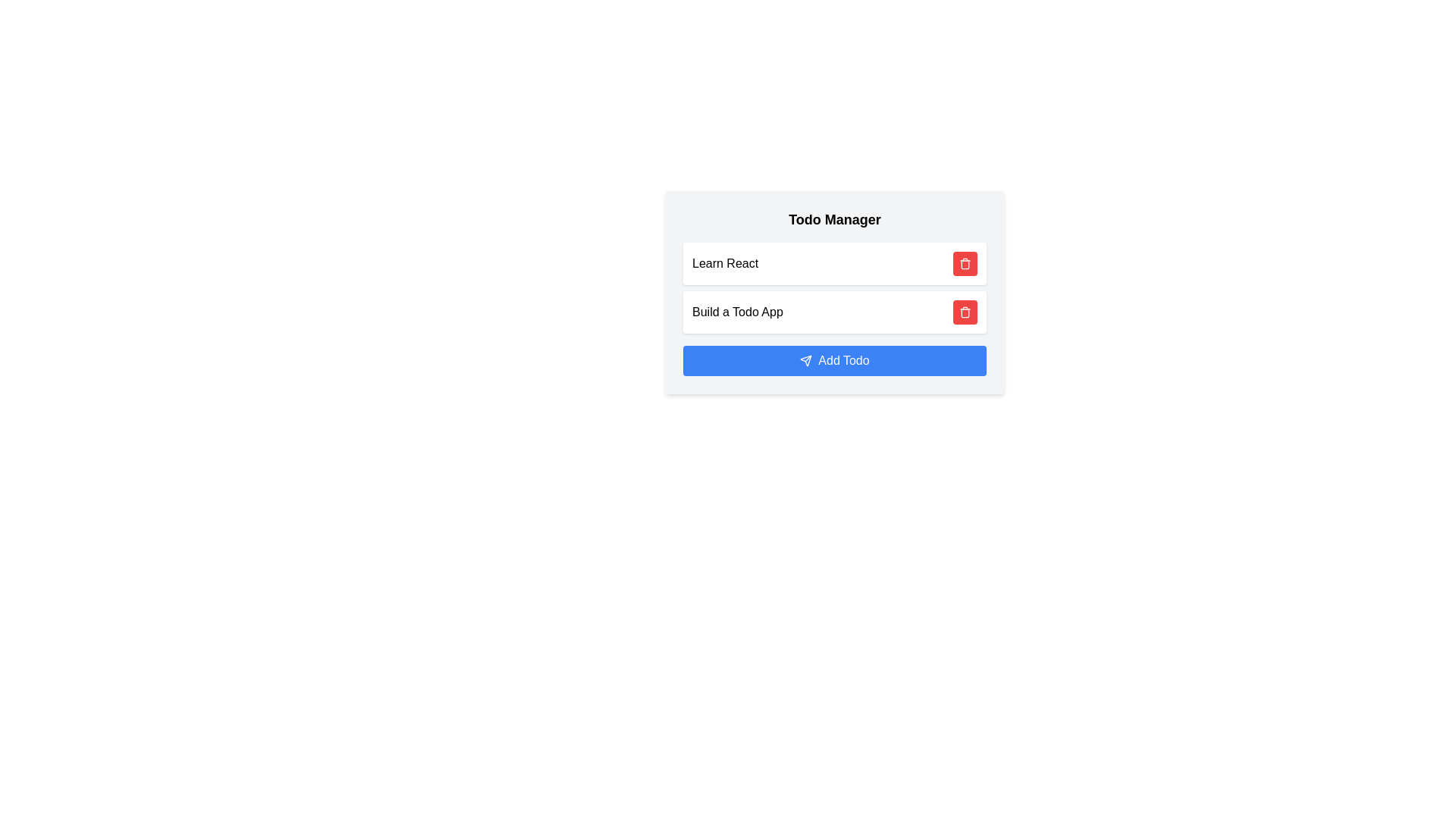  I want to click on the static text element that reads 'Build a Todo App', which is located in the second todo card, below 'Learn React' and to the left of the delete button, so click(737, 312).